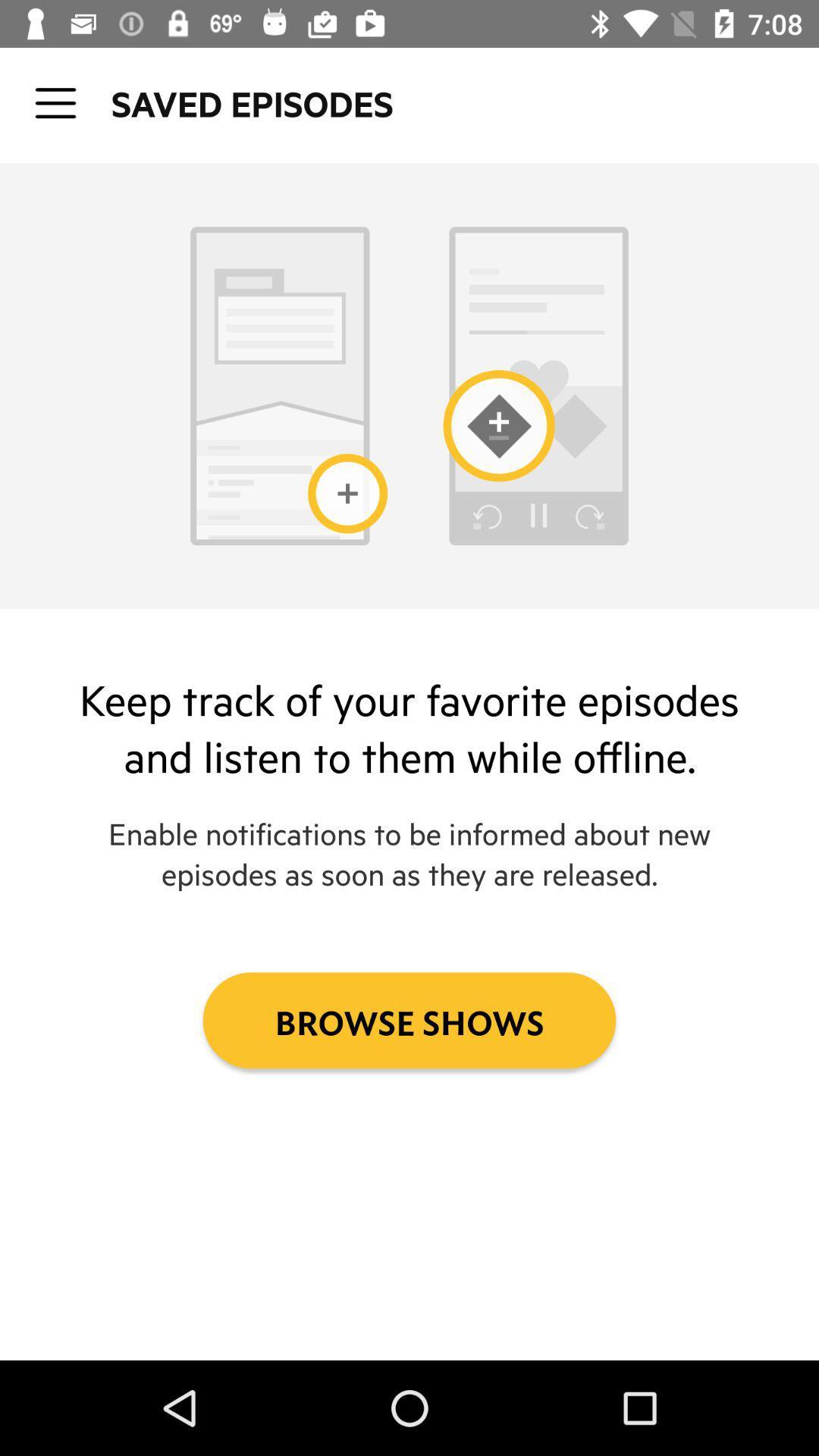 Image resolution: width=819 pixels, height=1456 pixels. I want to click on browse shows icon, so click(409, 1020).